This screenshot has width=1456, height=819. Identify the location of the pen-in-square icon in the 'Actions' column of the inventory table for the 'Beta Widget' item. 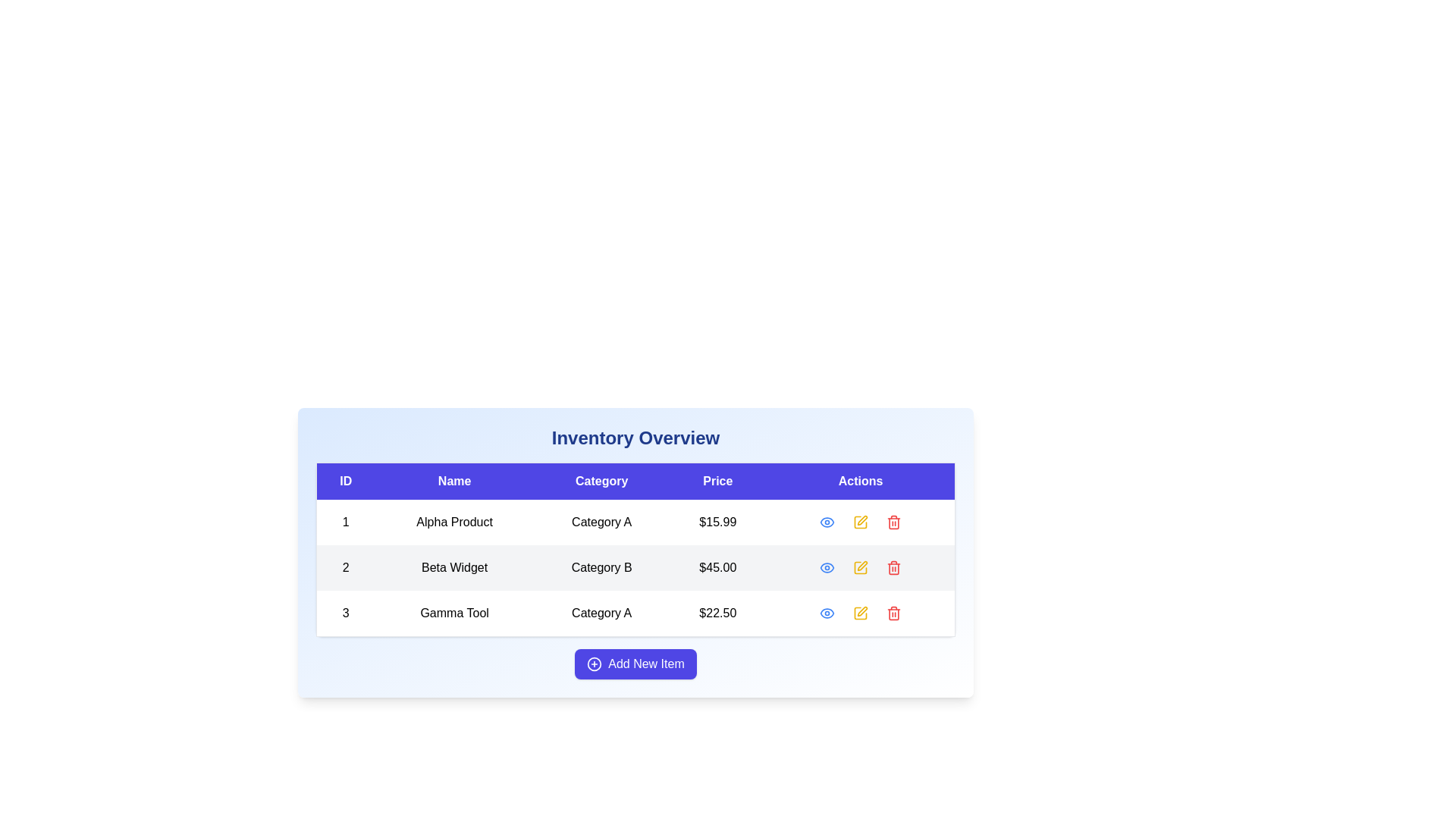
(861, 567).